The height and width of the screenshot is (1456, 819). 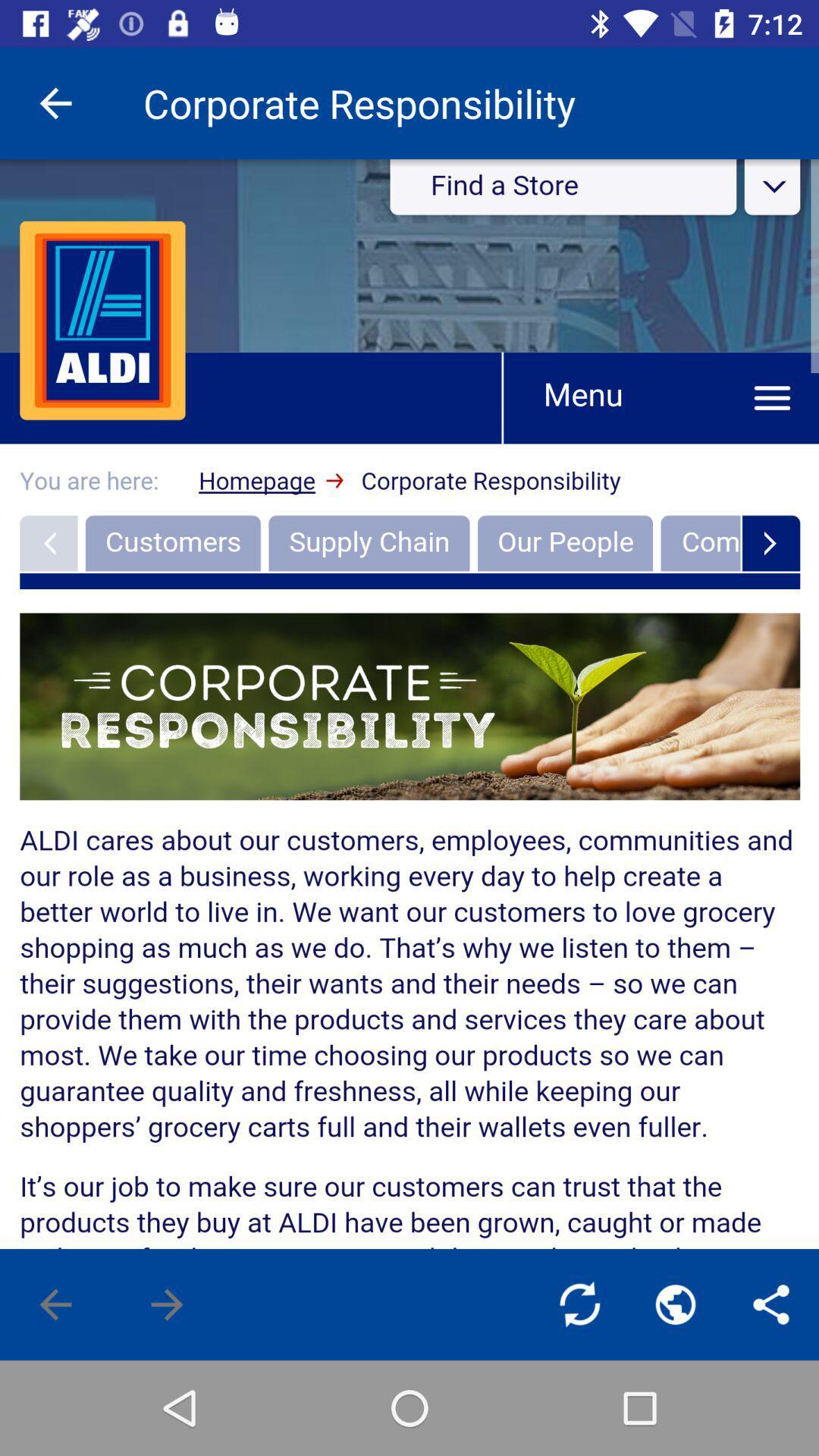 What do you see at coordinates (55, 1304) in the screenshot?
I see `previous` at bounding box center [55, 1304].